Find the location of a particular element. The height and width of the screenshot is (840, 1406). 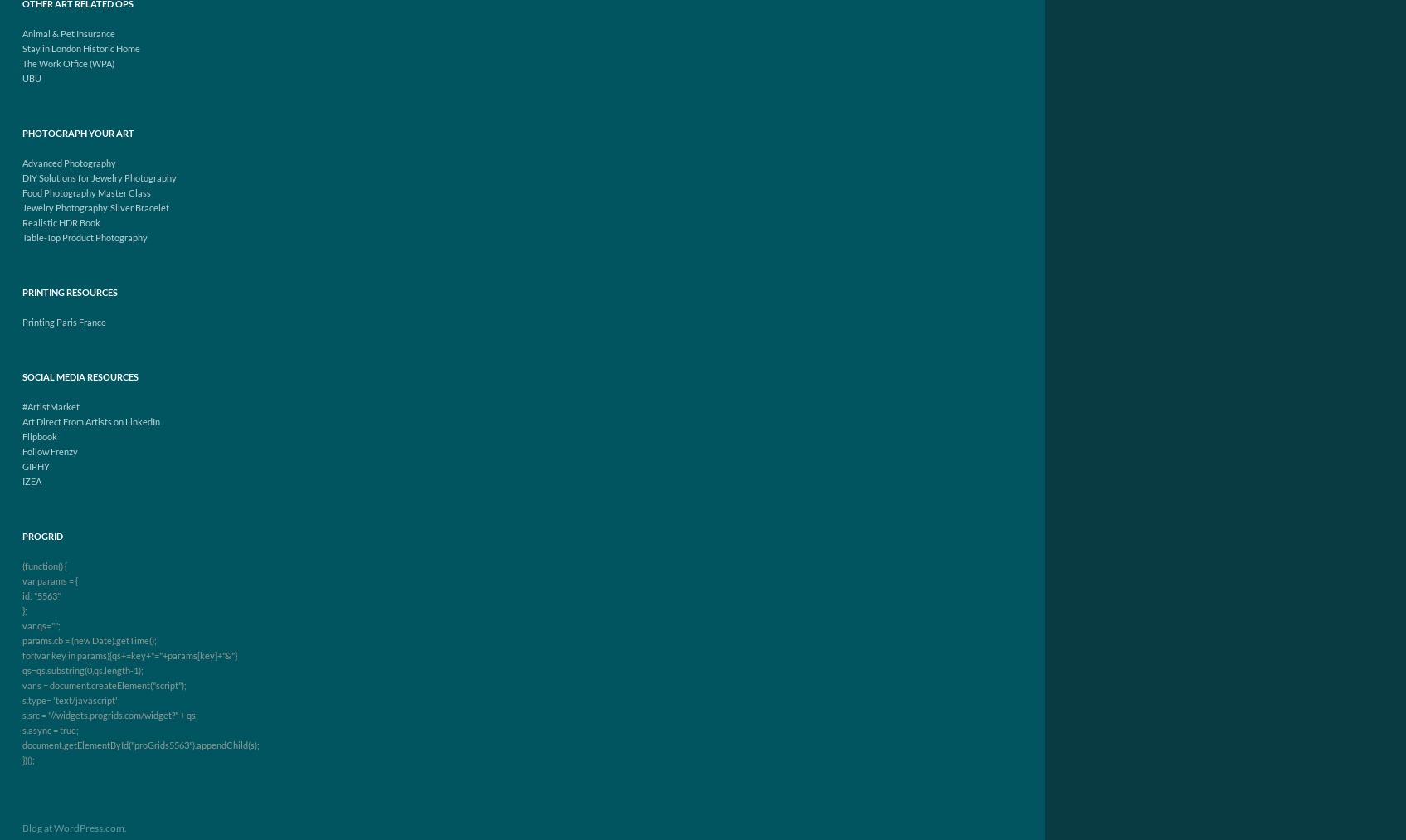

'Advanced Photography' is located at coordinates (68, 163).